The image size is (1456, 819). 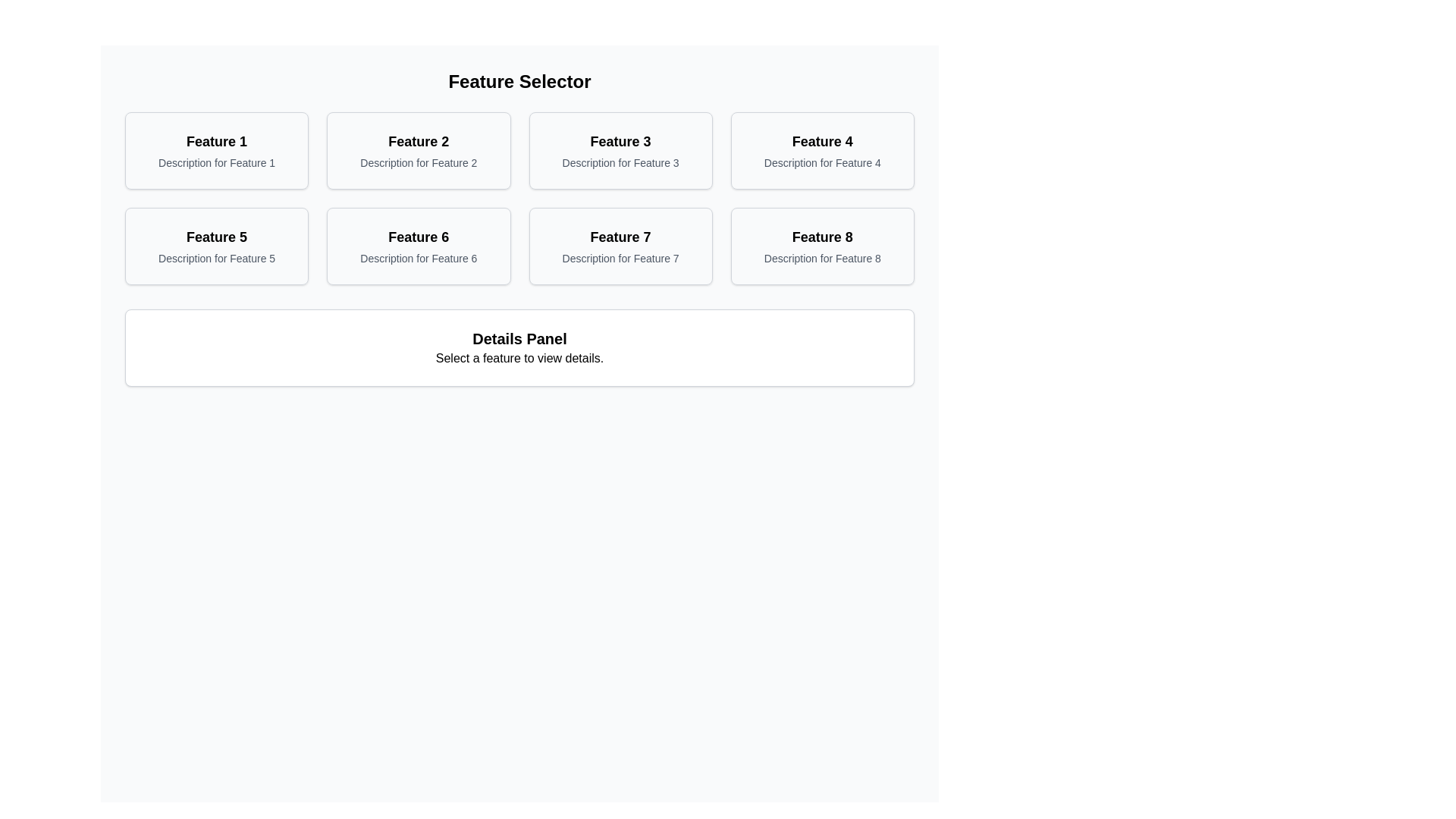 What do you see at coordinates (821, 151) in the screenshot?
I see `the Feature Card for 'Feature 4' located in the upper-right corner of the grid` at bounding box center [821, 151].